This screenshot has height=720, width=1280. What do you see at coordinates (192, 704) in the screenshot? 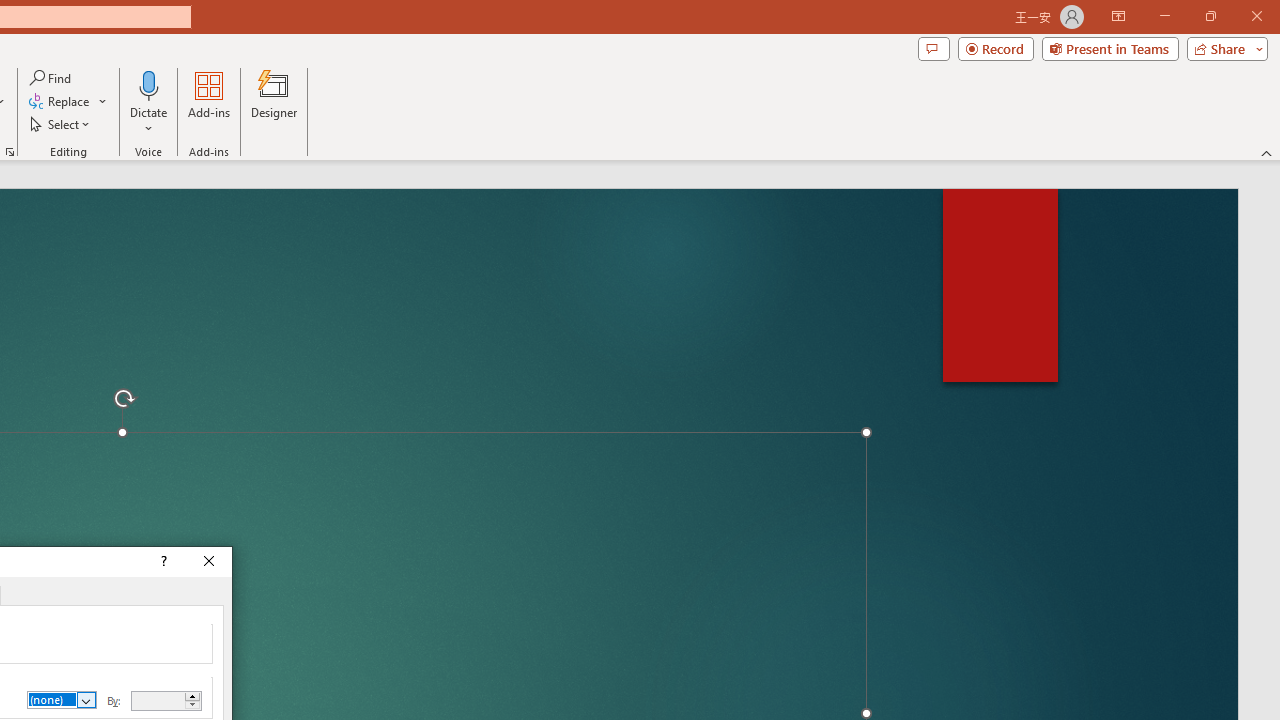
I see `'Less'` at bounding box center [192, 704].